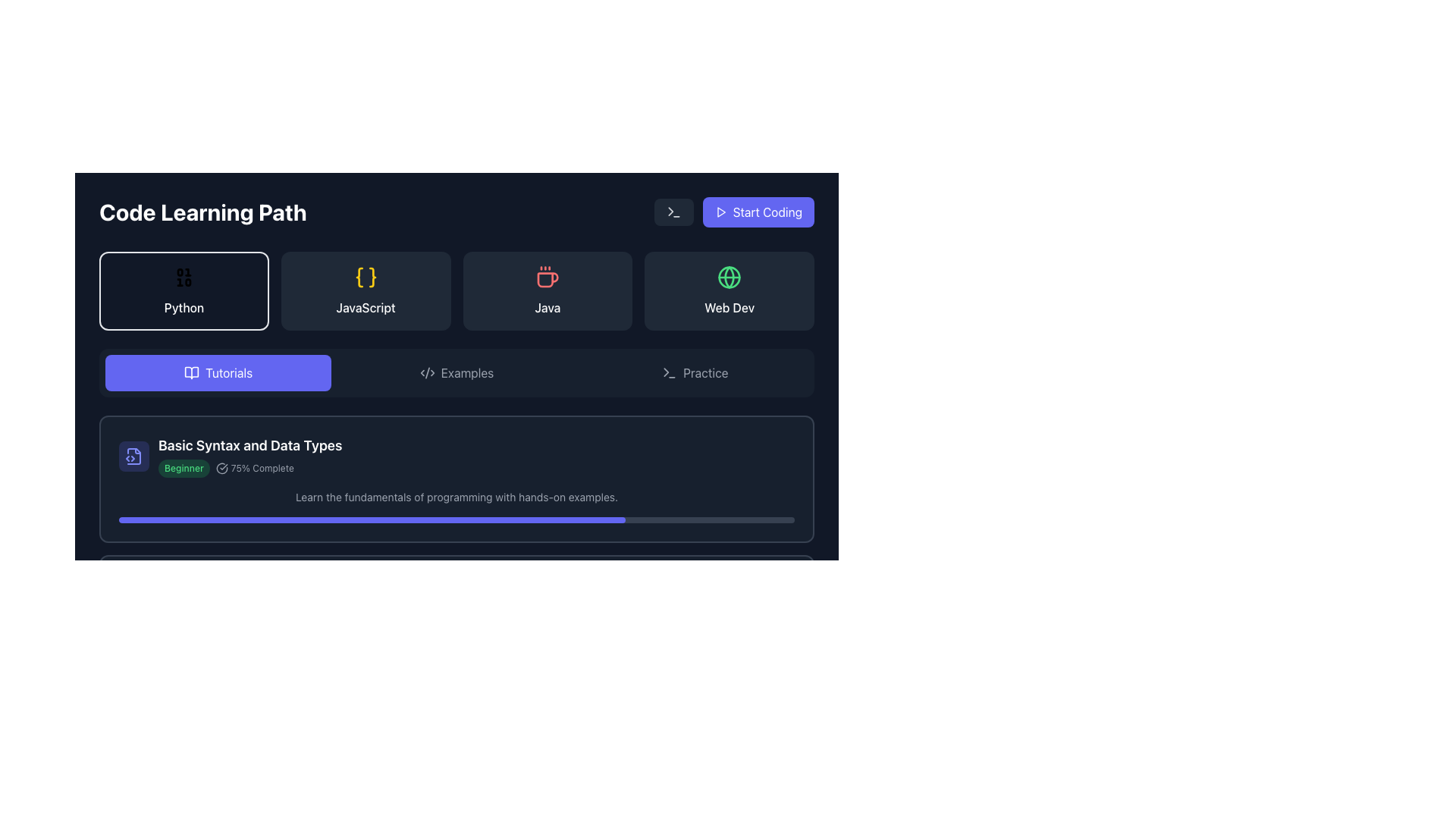 The height and width of the screenshot is (819, 1456). I want to click on the 'Tutorials' button, the first button in a row of three, to trigger a visual response, so click(218, 373).